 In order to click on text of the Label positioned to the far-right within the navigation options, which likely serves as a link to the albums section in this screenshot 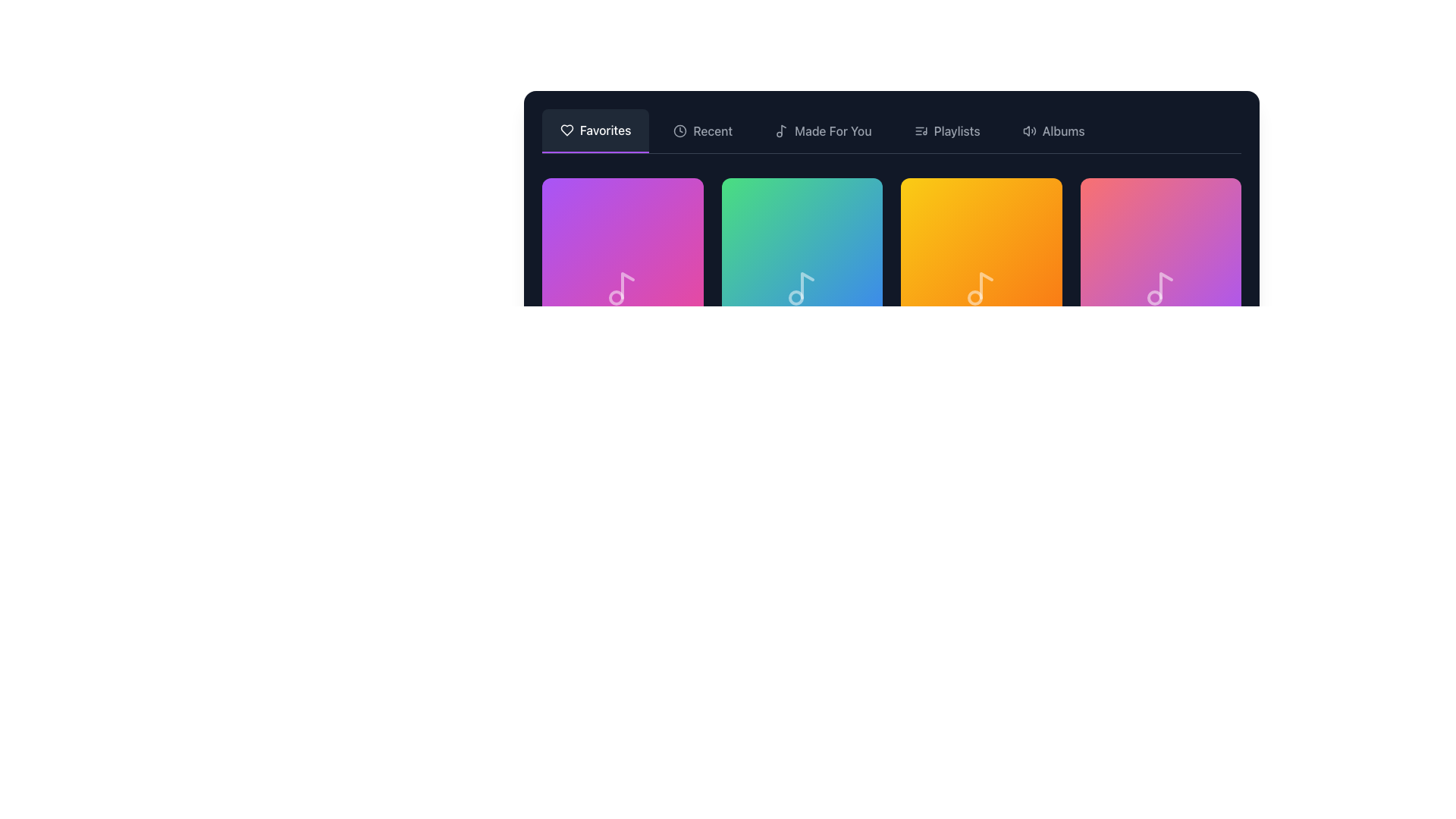, I will do `click(1062, 130)`.